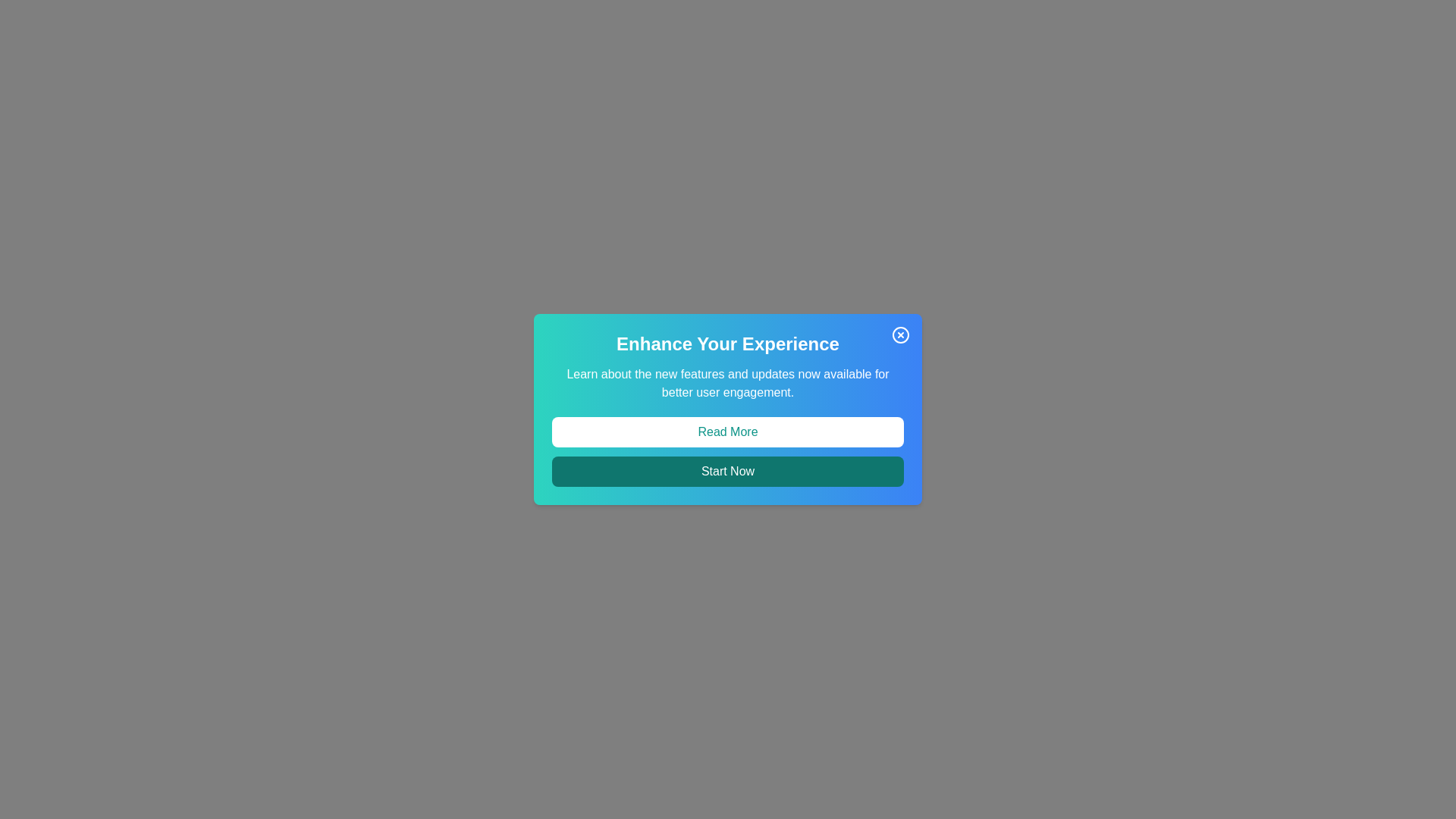  I want to click on 'Read More' button, so click(728, 432).